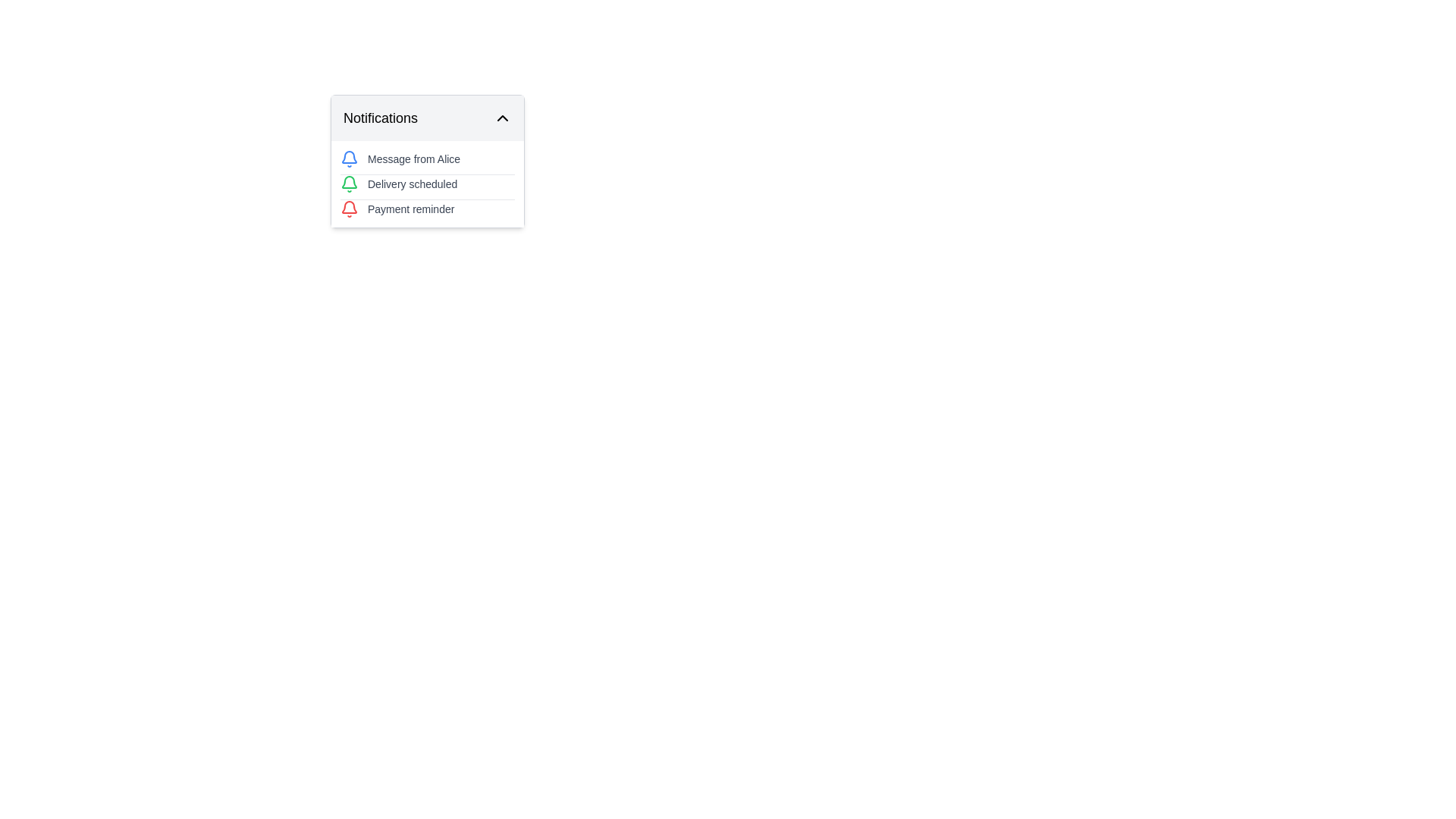 The width and height of the screenshot is (1456, 819). I want to click on the informational text label that indicates the status of a scheduled delivery, which is the second notification item, so click(413, 184).